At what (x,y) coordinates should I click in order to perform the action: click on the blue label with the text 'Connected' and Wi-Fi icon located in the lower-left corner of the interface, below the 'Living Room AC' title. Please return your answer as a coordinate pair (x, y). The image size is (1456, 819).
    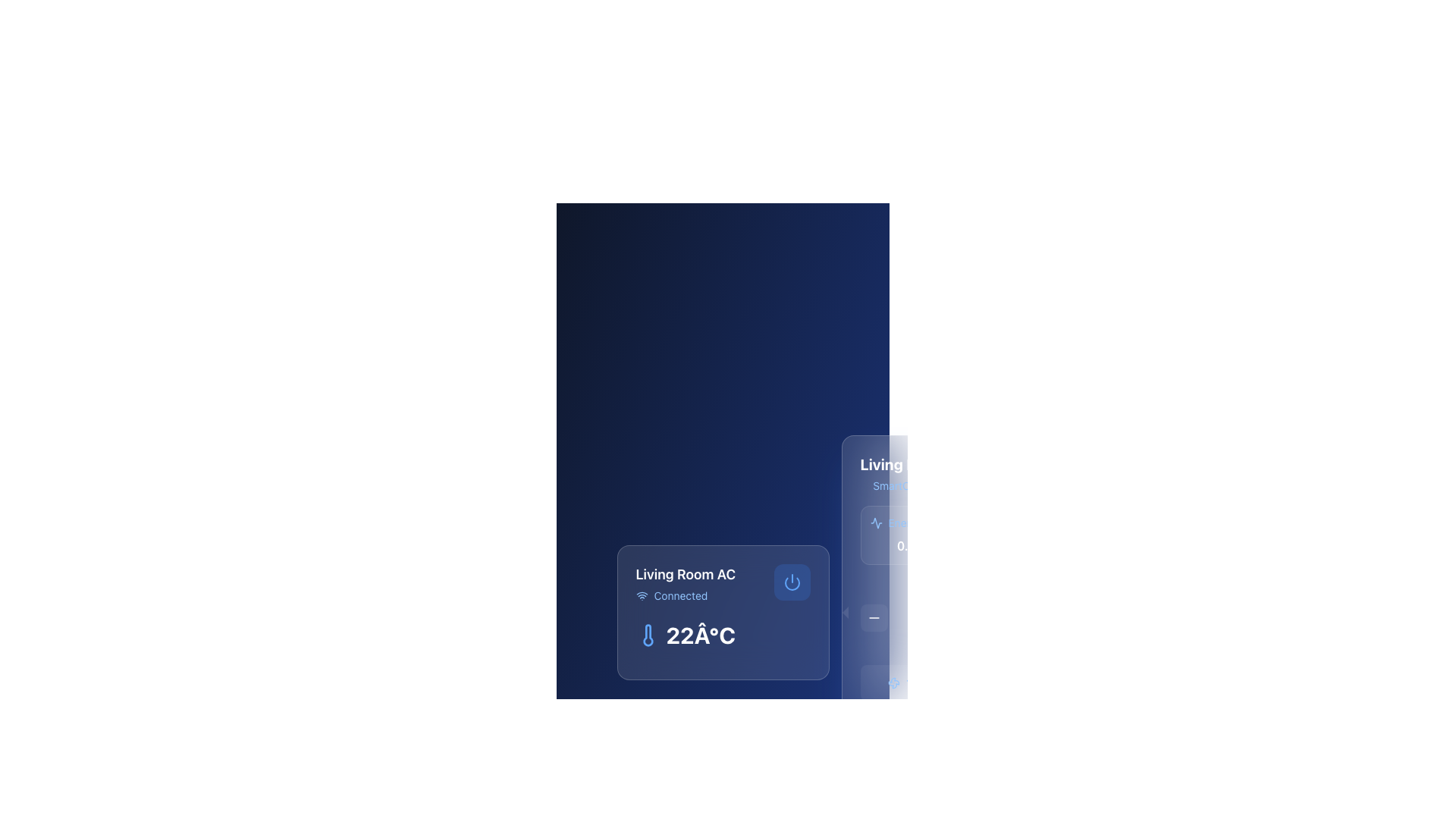
    Looking at the image, I should click on (685, 595).